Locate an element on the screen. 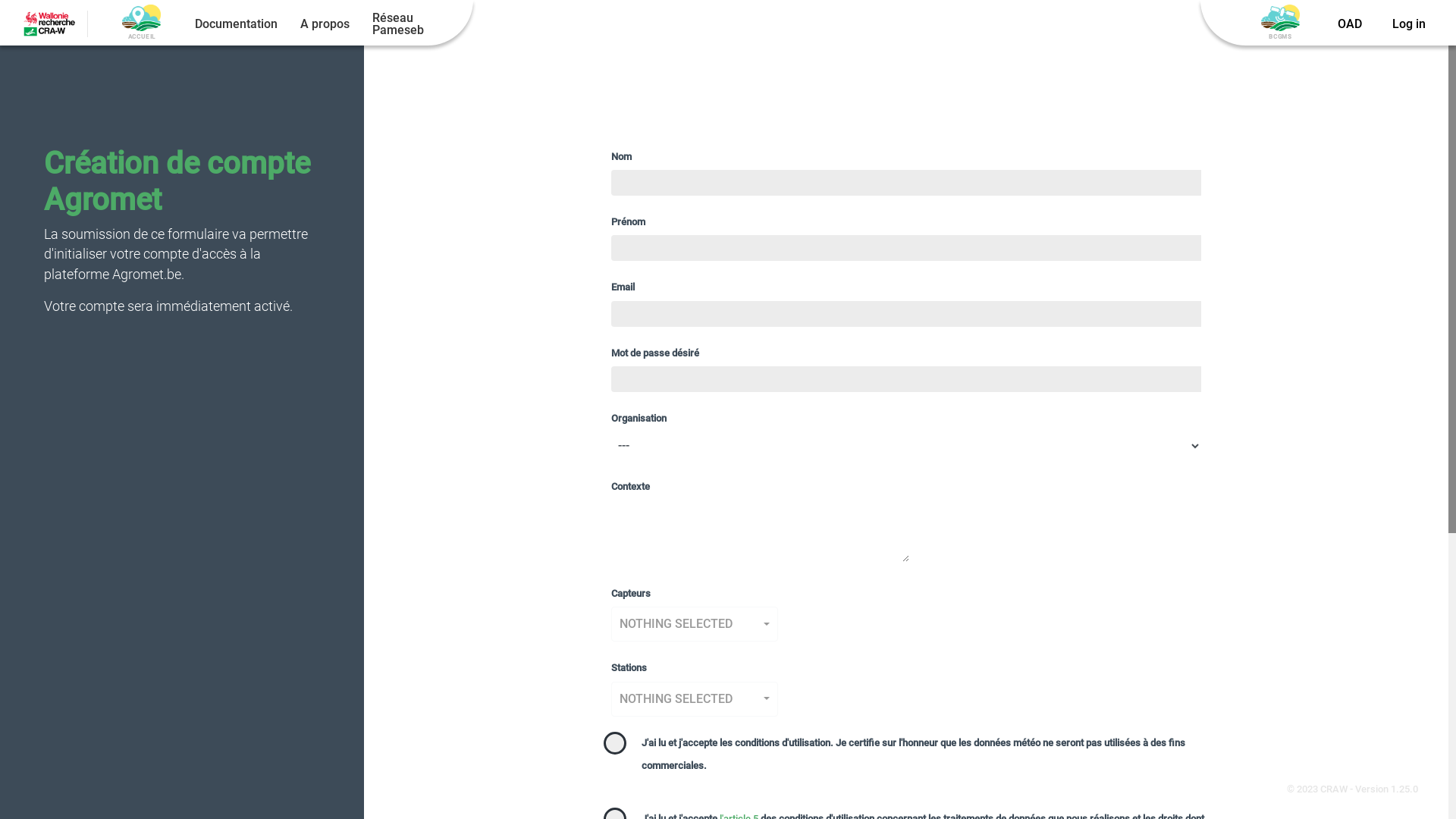 Image resolution: width=1456 pixels, height=819 pixels. 'Accueil' is located at coordinates (141, 17).